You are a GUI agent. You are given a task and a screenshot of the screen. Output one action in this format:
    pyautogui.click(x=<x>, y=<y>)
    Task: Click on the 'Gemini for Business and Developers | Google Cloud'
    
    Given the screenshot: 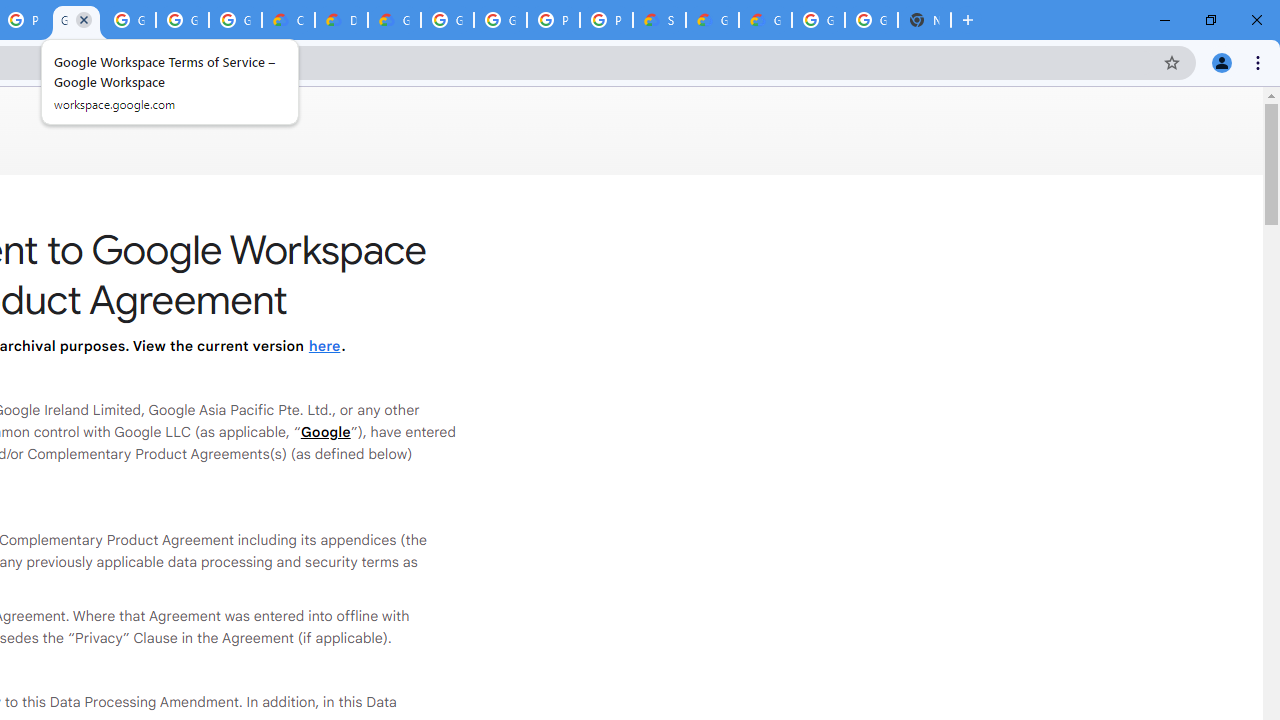 What is the action you would take?
    pyautogui.click(x=394, y=20)
    